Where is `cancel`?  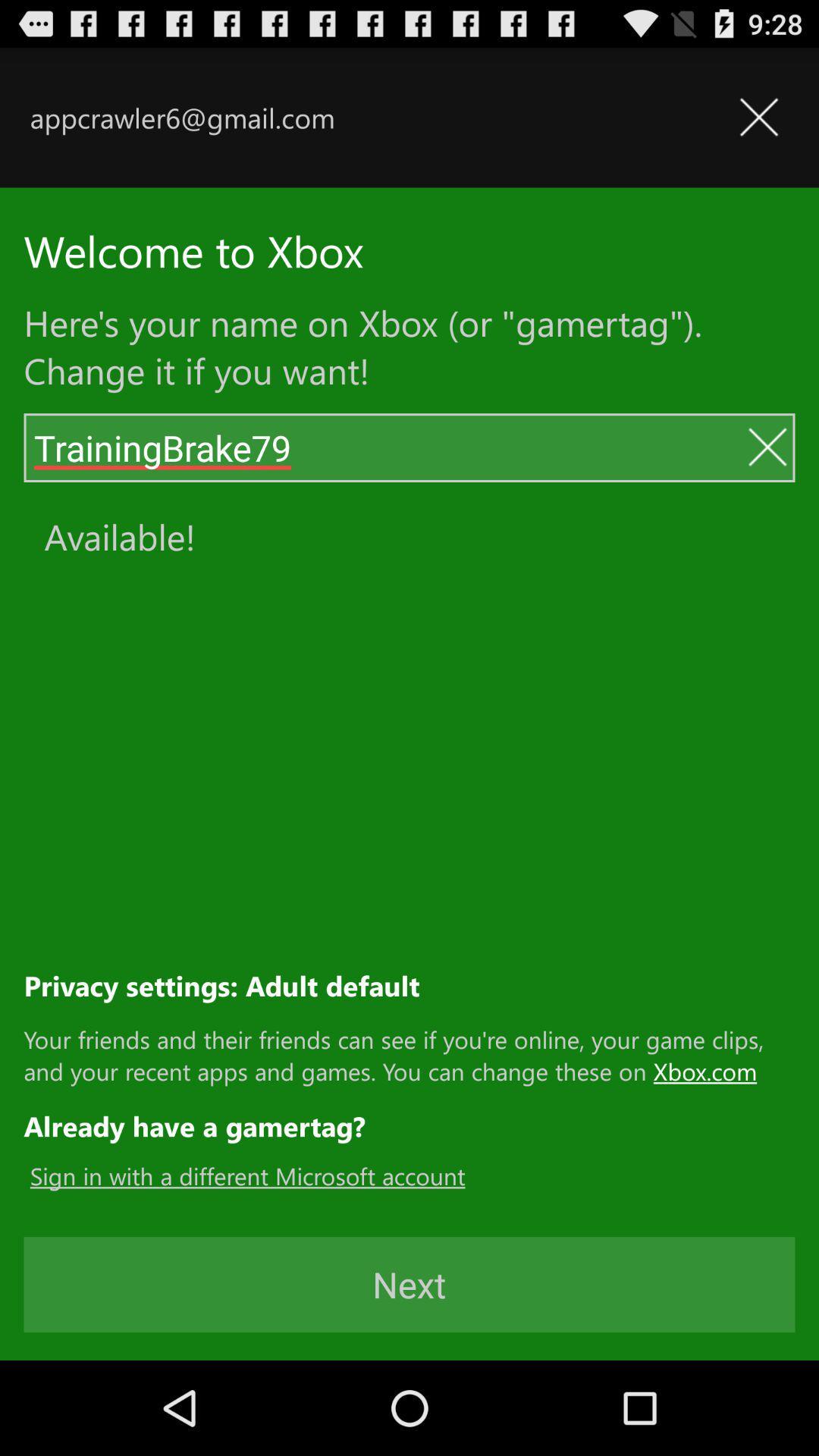 cancel is located at coordinates (767, 447).